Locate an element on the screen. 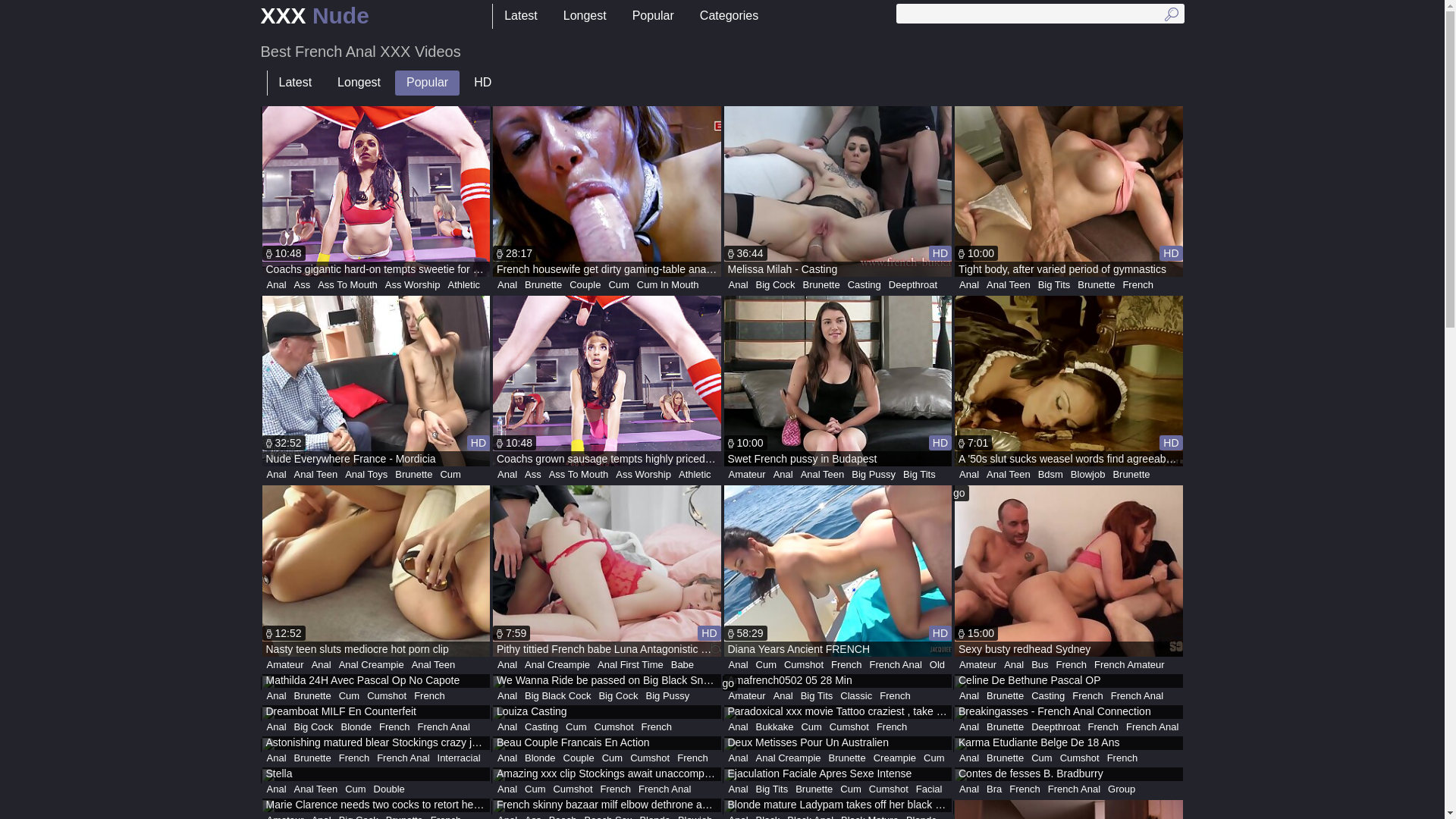 This screenshot has width=1456, height=819. 'Beau Couple Francais En Action is located at coordinates (607, 742).